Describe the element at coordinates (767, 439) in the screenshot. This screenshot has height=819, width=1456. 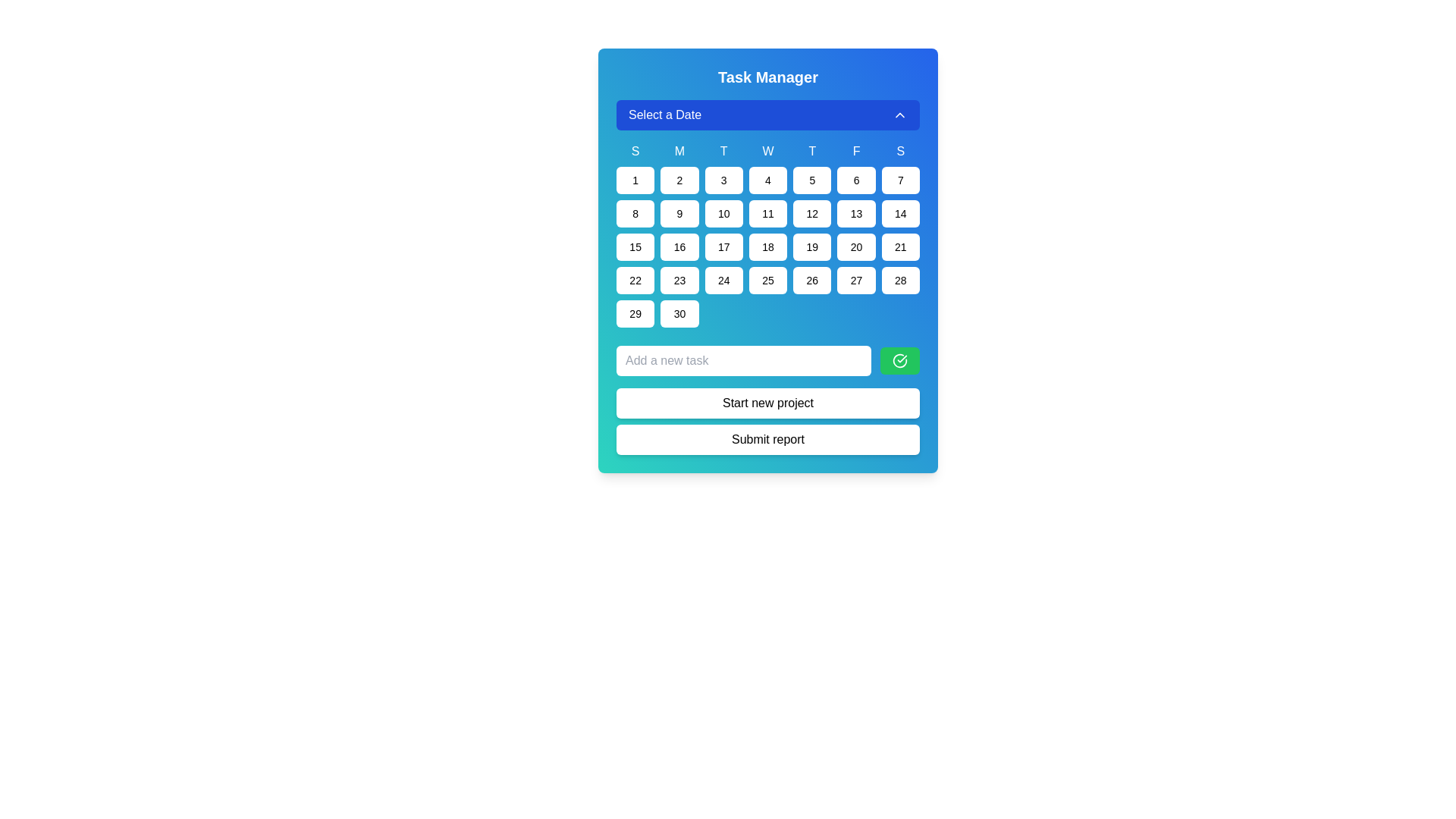
I see `the 'Submit report' button, which is a rectangular button with rounded corners and black text on a white background, located below the 'Start new project' button` at that location.